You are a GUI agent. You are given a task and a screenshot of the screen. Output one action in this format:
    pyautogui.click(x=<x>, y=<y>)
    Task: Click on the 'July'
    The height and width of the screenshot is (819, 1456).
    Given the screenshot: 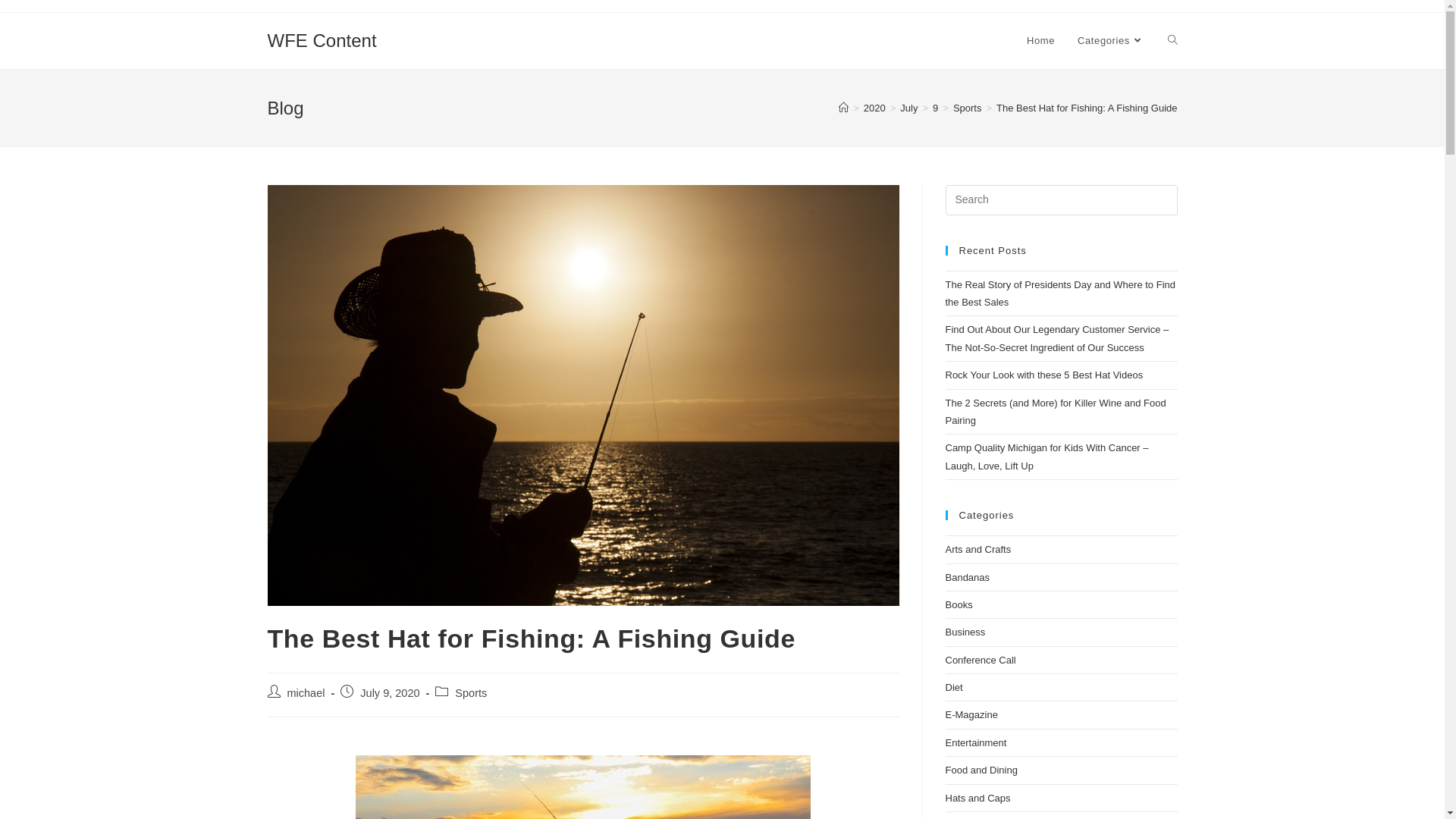 What is the action you would take?
    pyautogui.click(x=908, y=107)
    